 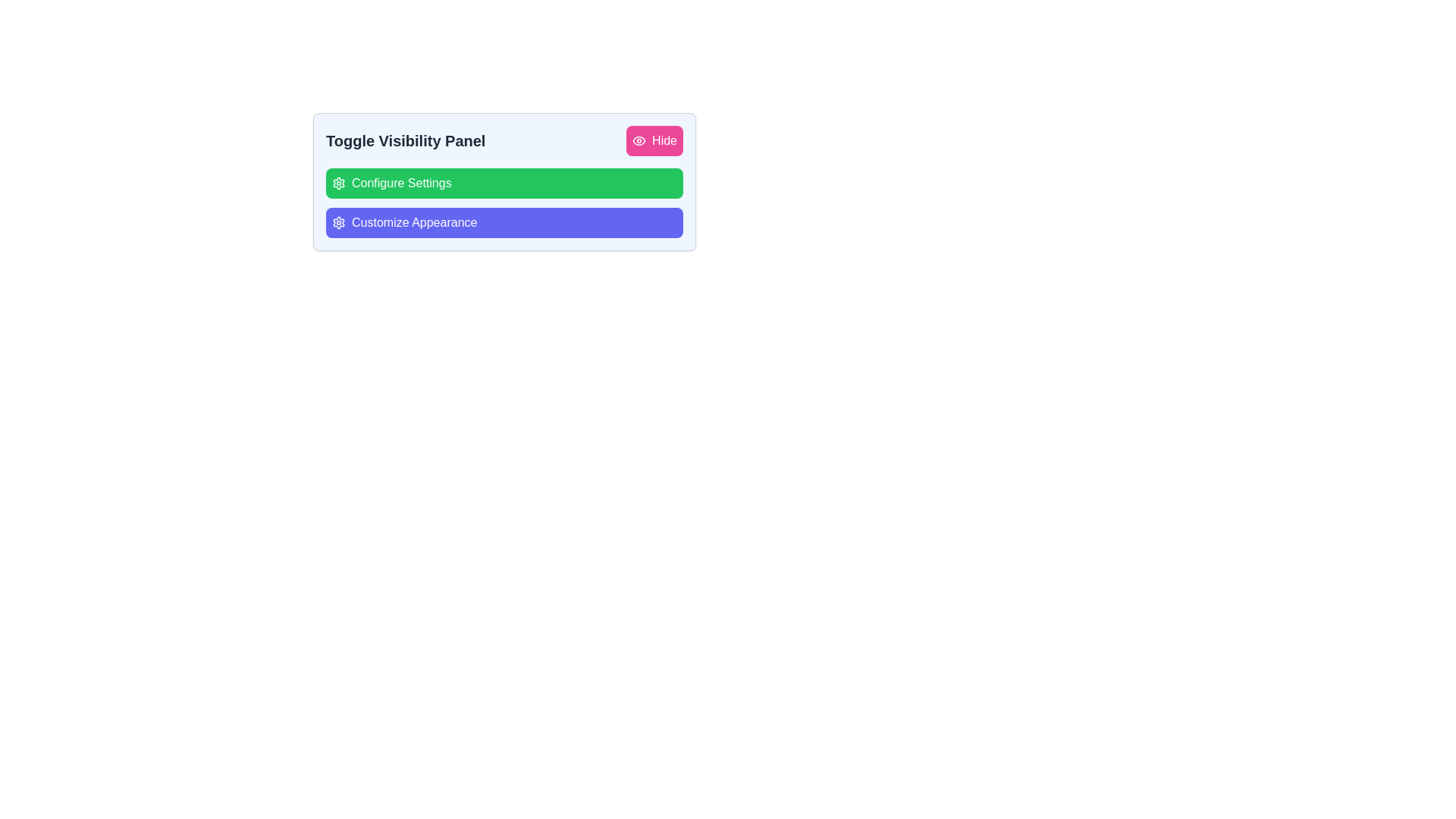 I want to click on the configuration settings button located at the top of the vertical stack of buttons, above the blue button labeled 'Customize Appearance', so click(x=391, y=183).